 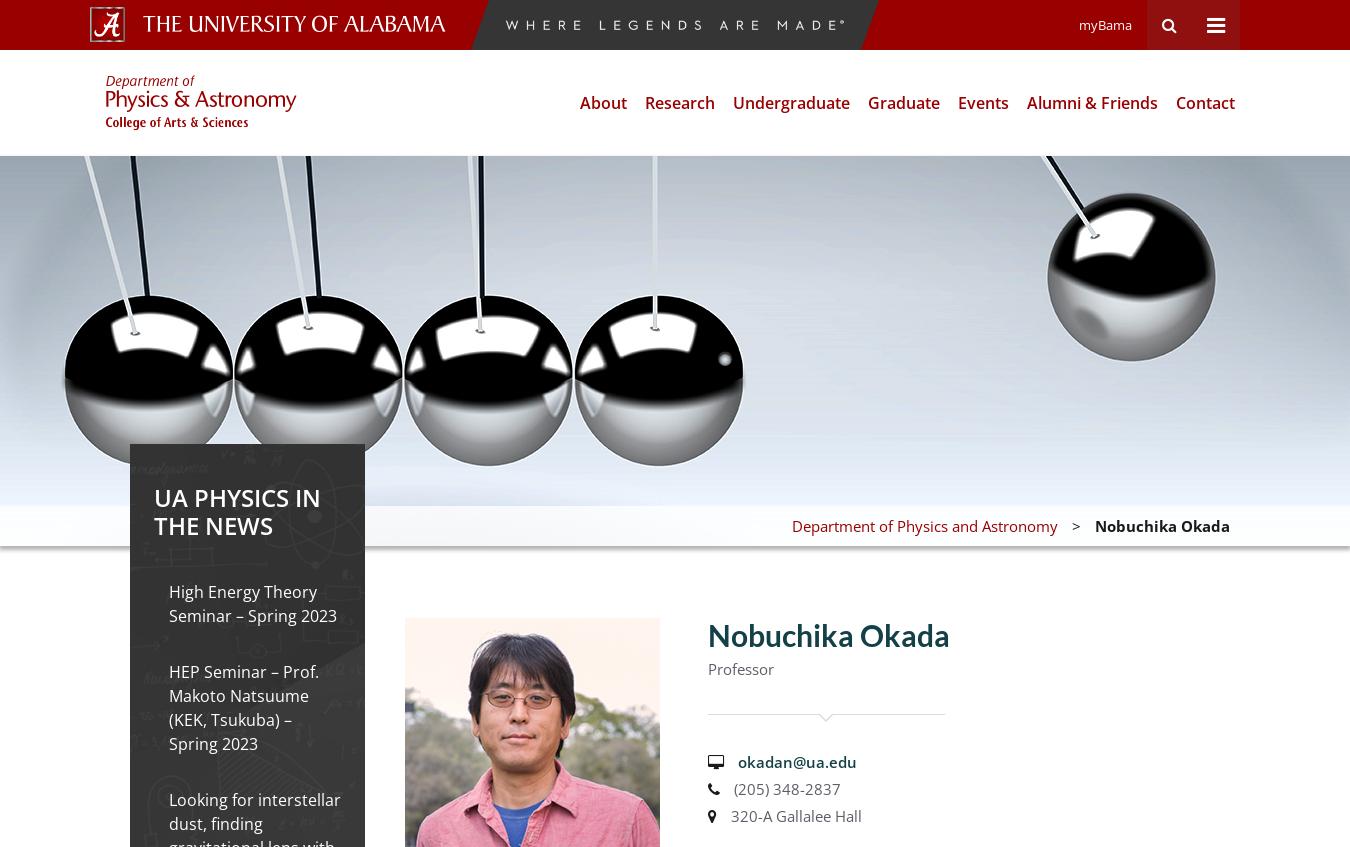 What do you see at coordinates (1092, 102) in the screenshot?
I see `'Alumni & Friends'` at bounding box center [1092, 102].